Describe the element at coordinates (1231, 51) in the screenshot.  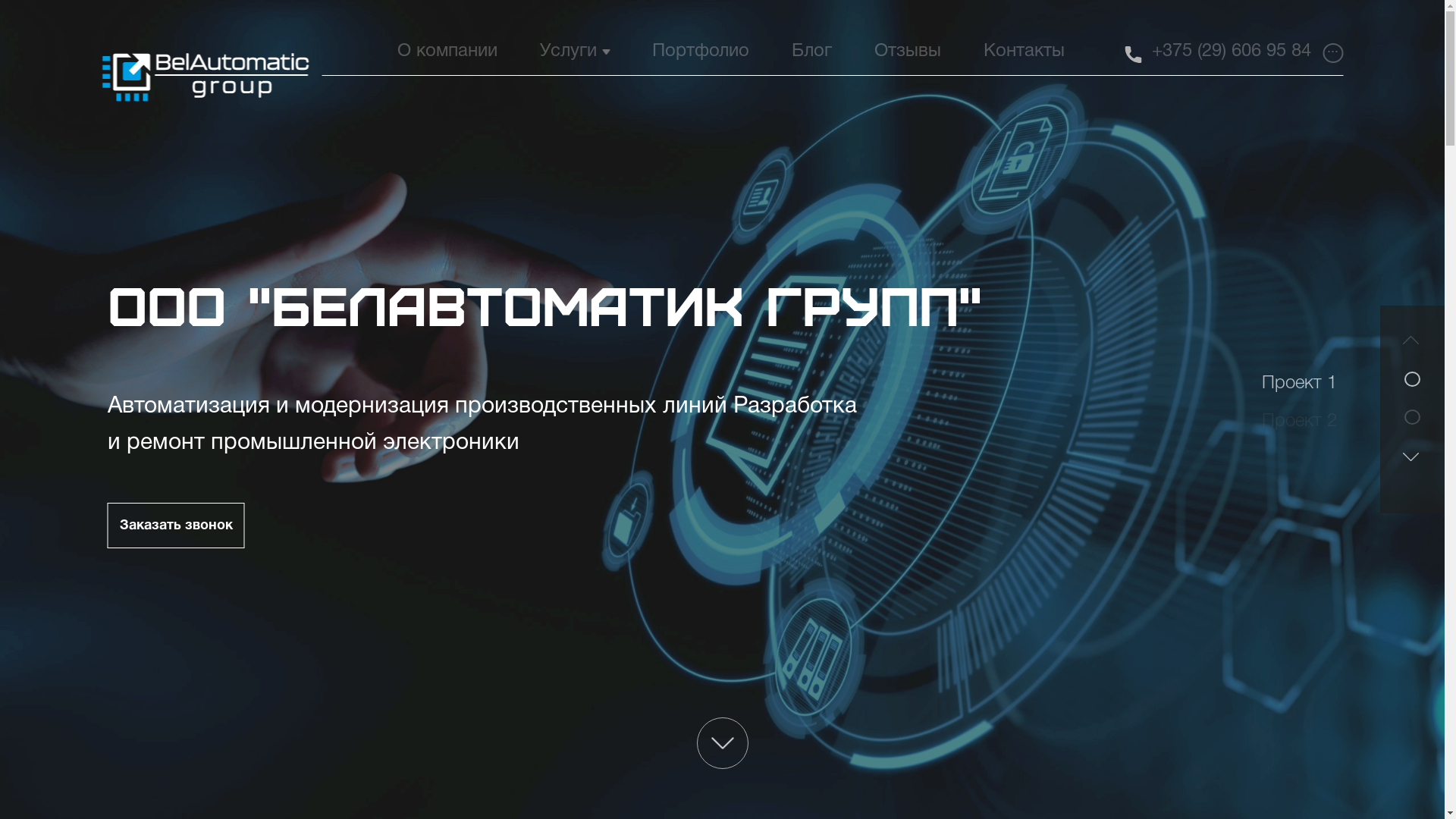
I see `'+375 (29) 606 95 84'` at that location.